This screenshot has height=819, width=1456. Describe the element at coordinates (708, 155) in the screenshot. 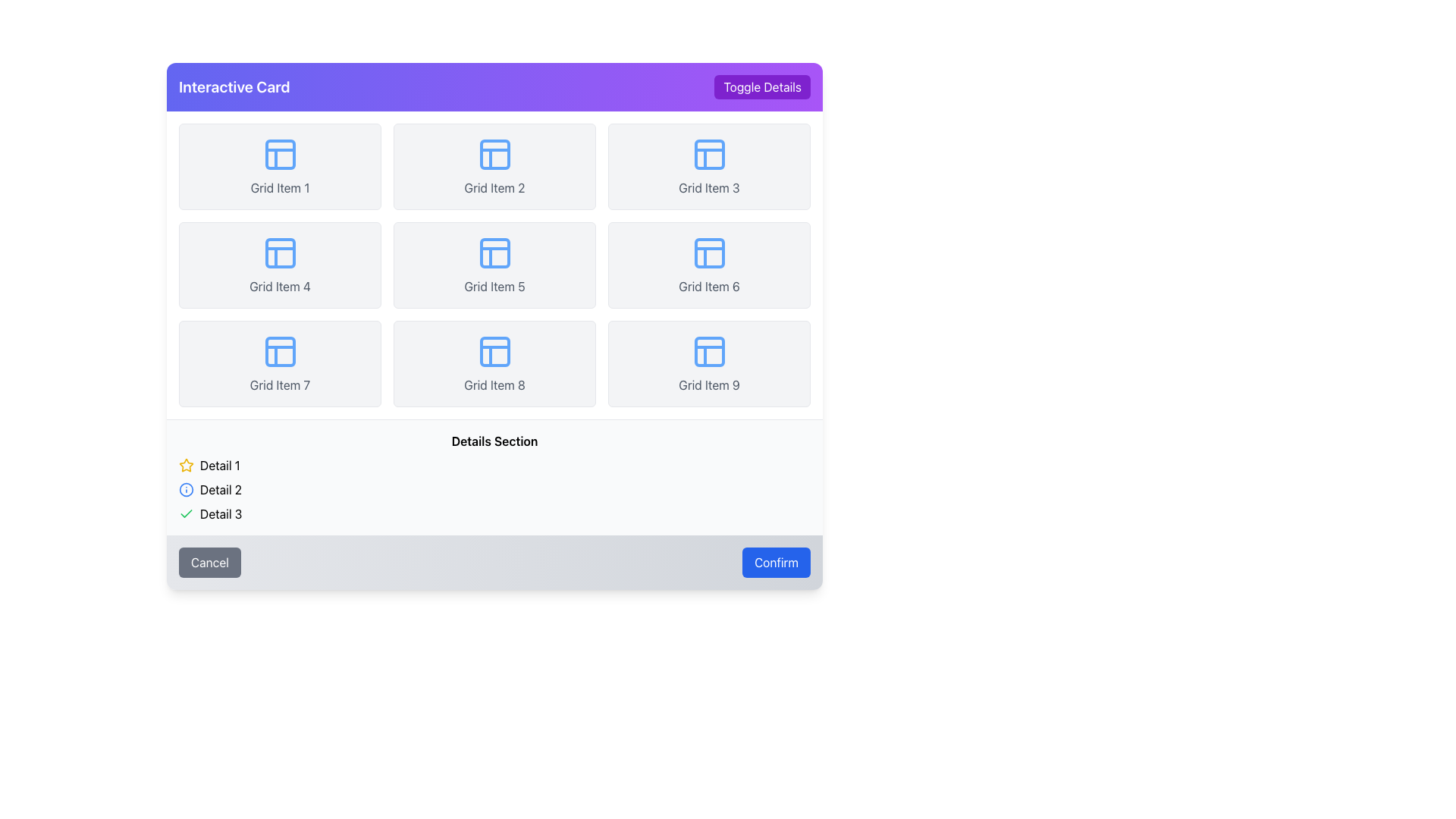

I see `the blue rounded-corner rectangular SVG graphic element located in the top-right grid item labeled 'Grid Item 3'` at that location.